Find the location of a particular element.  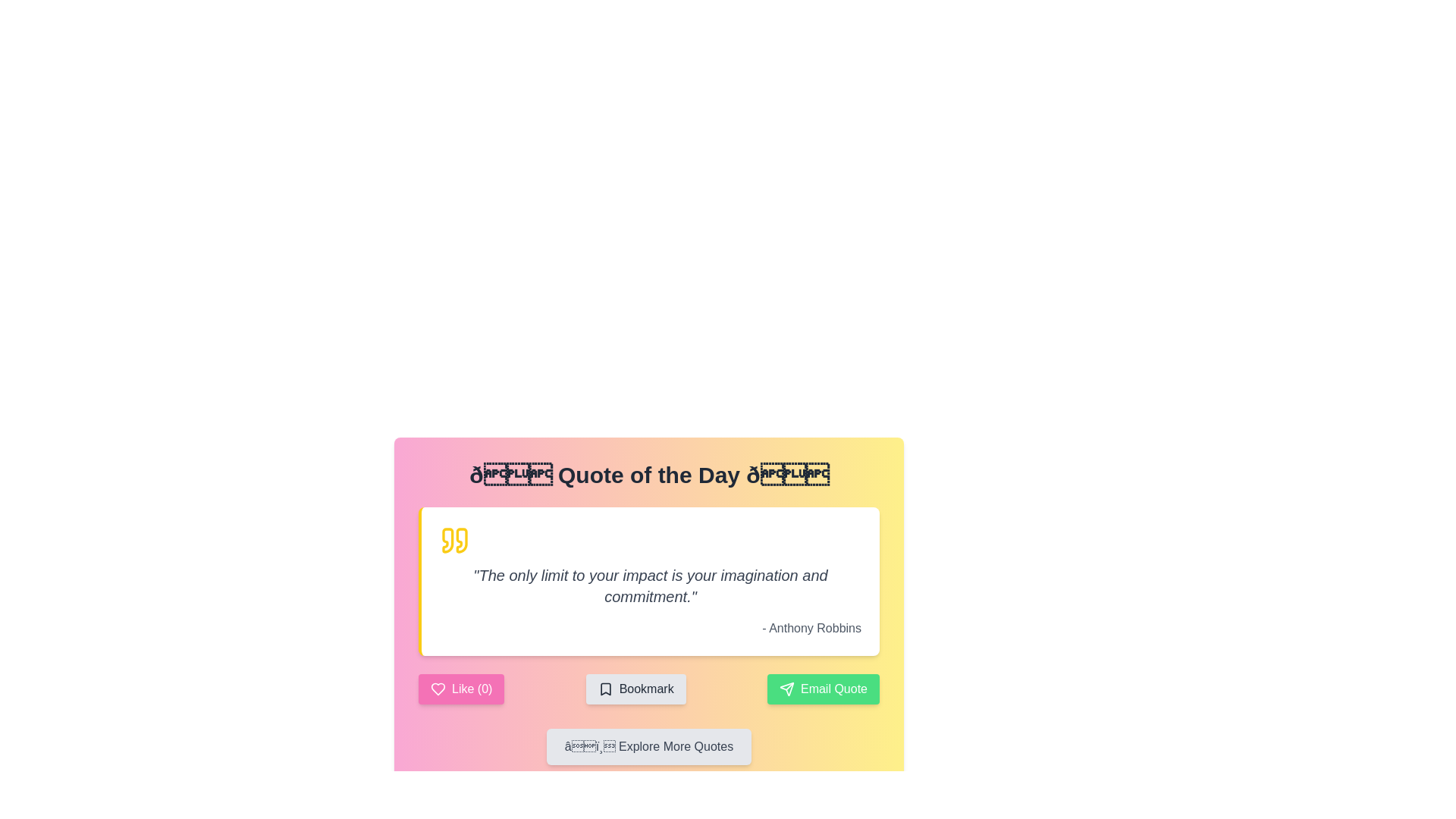

the 'Bookmark' button in the button group located at the bottom of the quote card, which allows users is located at coordinates (648, 689).